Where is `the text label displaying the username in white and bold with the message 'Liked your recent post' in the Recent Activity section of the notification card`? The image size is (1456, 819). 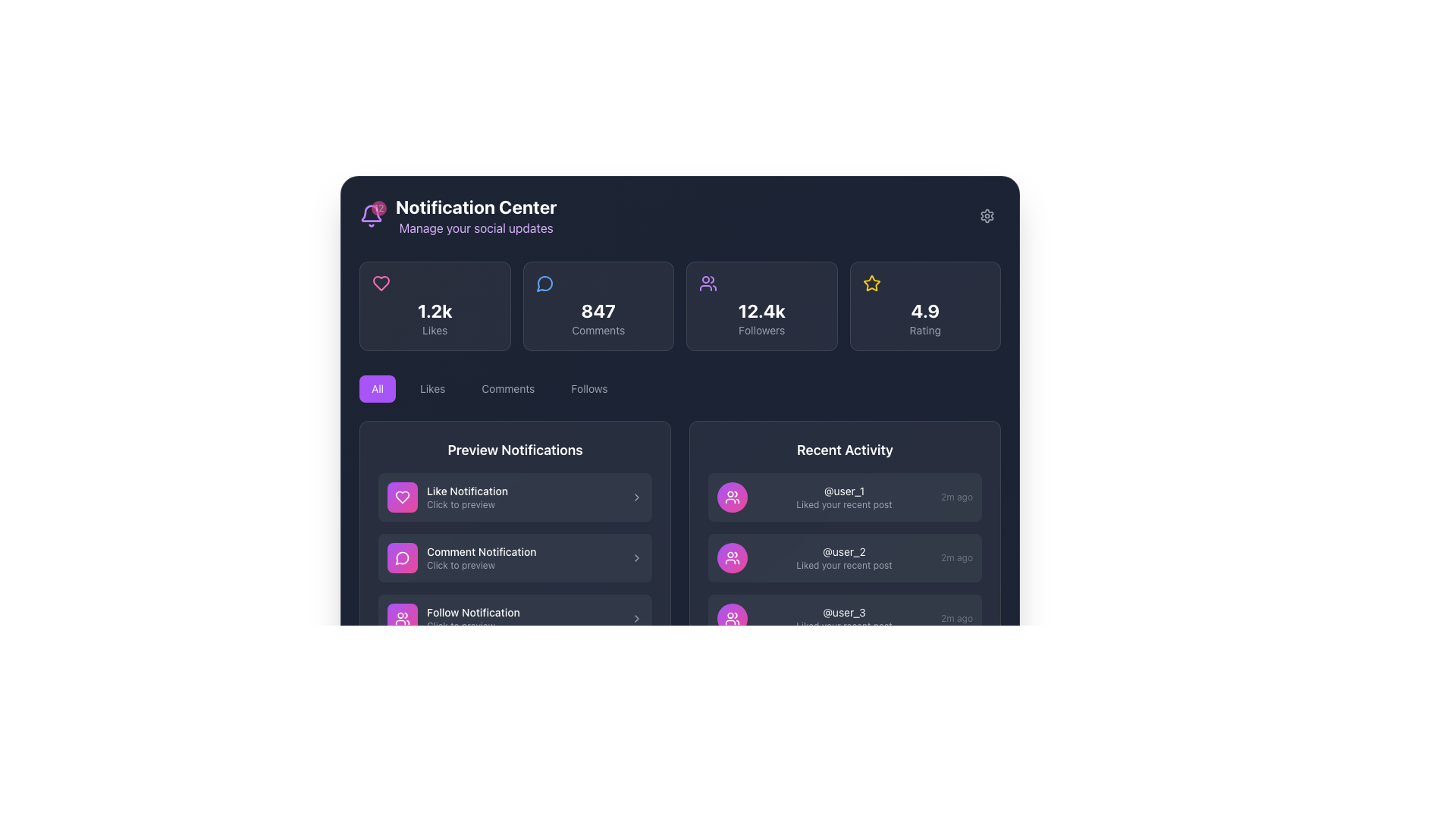 the text label displaying the username in white and bold with the message 'Liked your recent post' in the Recent Activity section of the notification card is located at coordinates (843, 497).